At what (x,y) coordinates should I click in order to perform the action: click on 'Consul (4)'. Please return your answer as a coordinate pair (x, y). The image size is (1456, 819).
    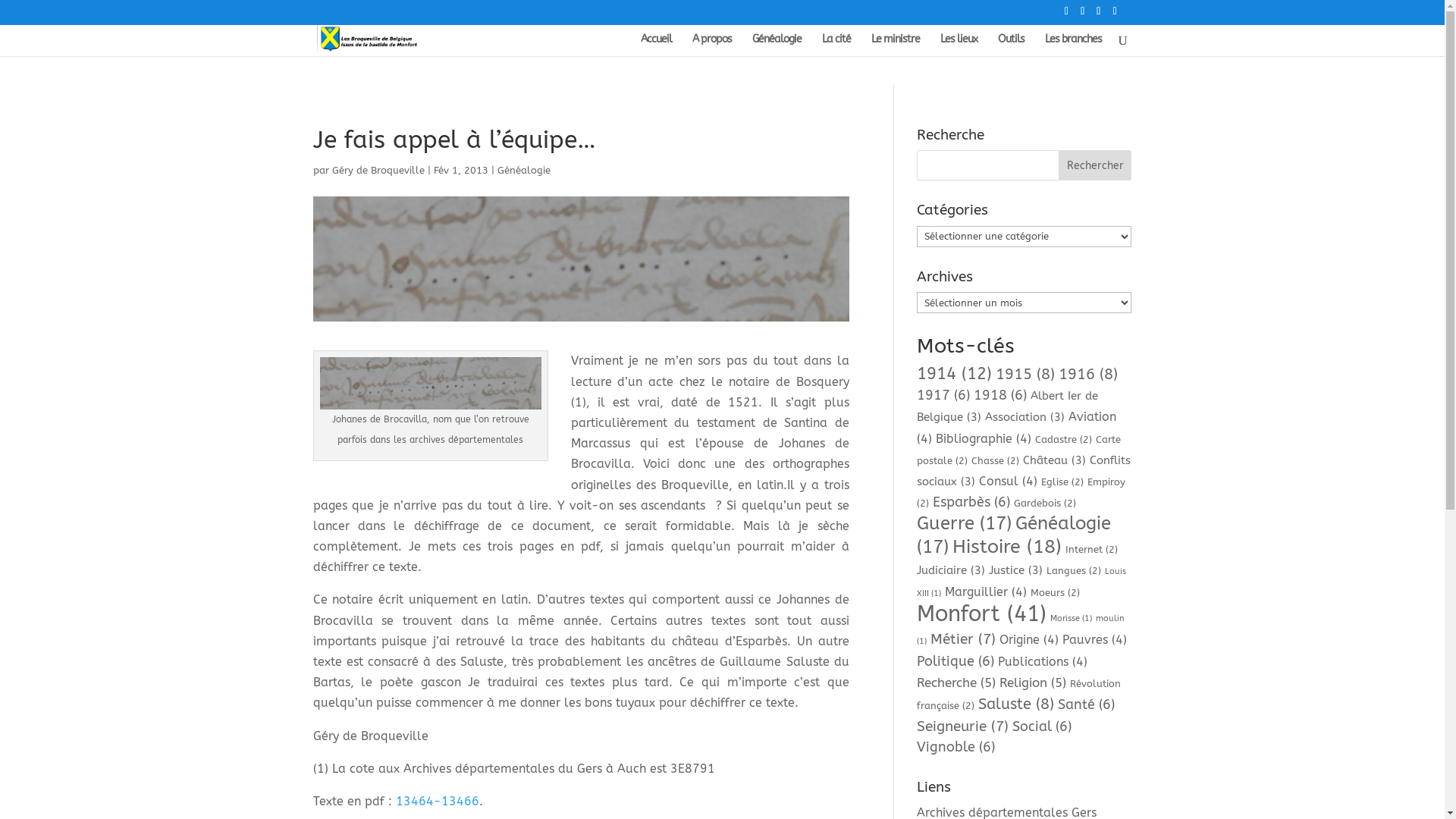
    Looking at the image, I should click on (979, 481).